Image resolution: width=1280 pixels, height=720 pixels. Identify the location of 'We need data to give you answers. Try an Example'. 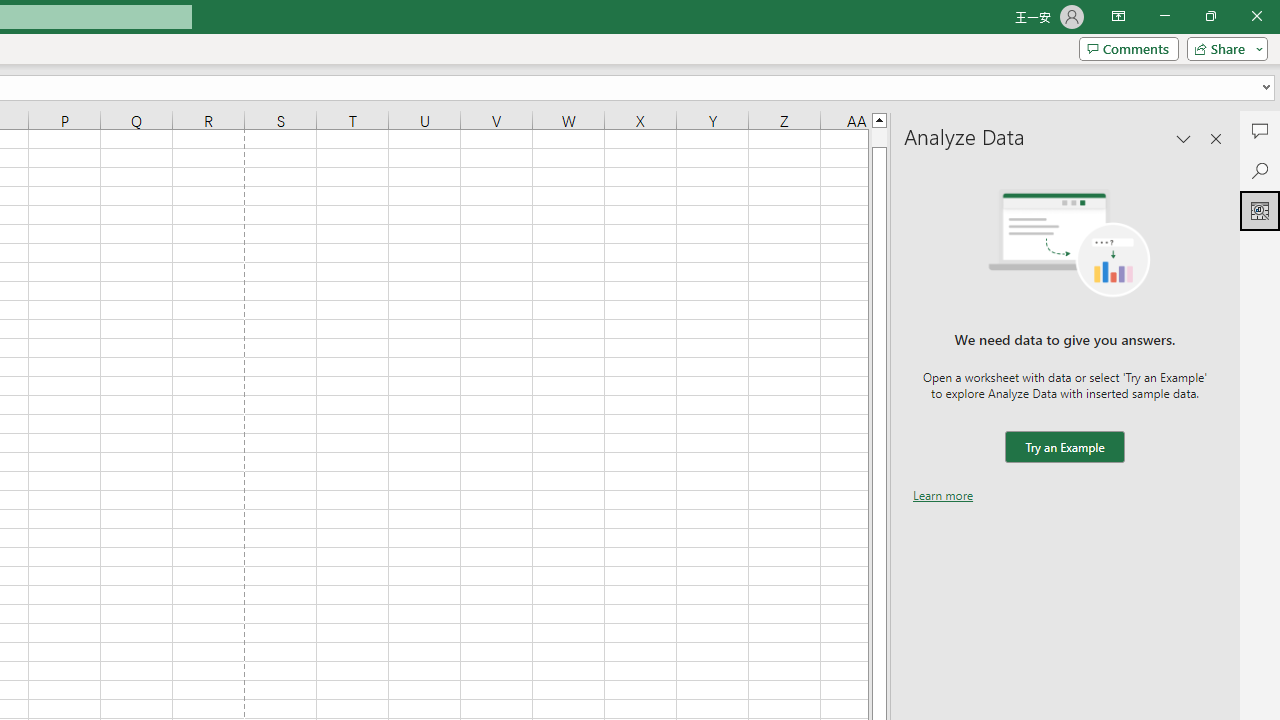
(1063, 446).